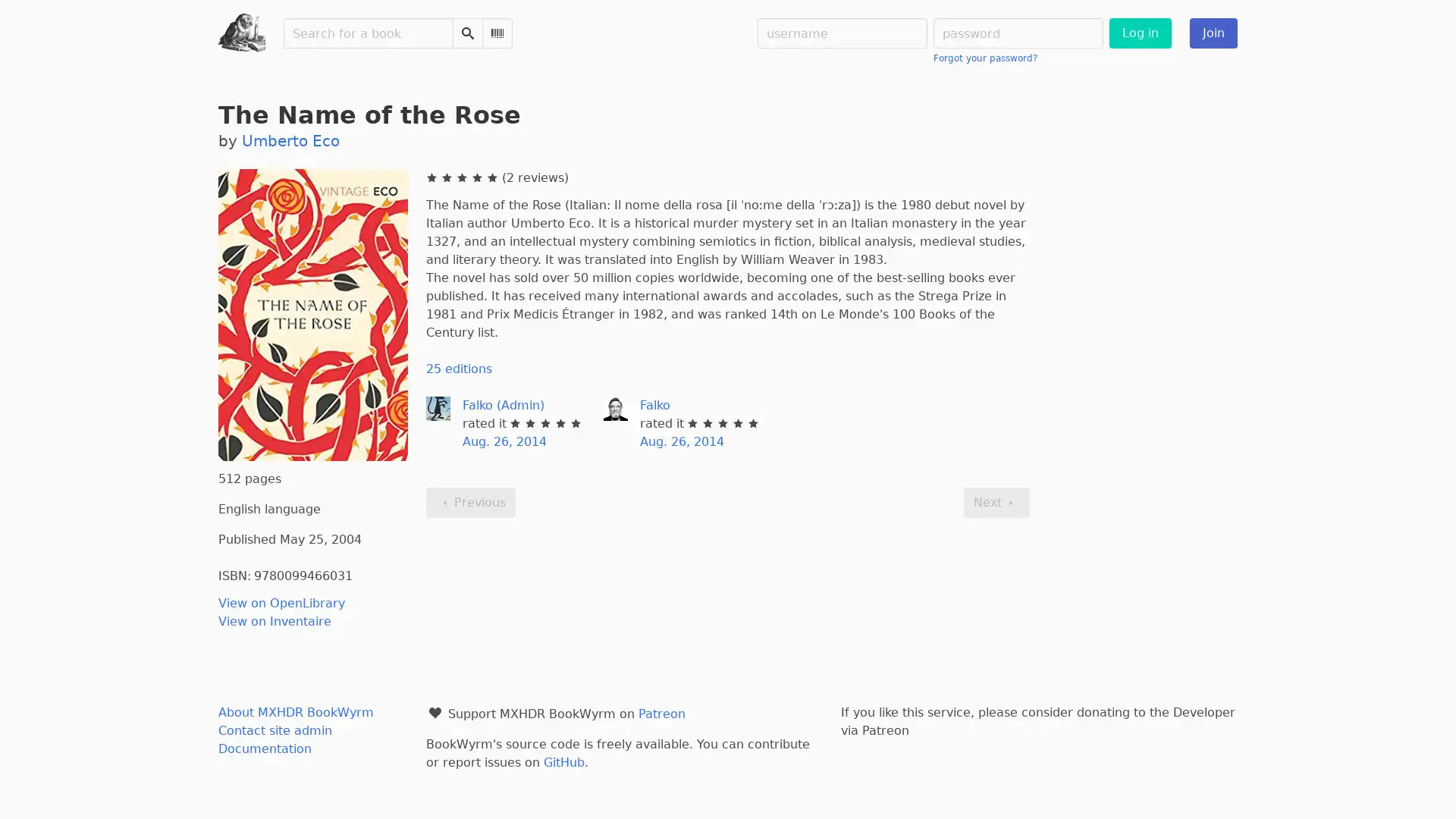  What do you see at coordinates (497, 33) in the screenshot?
I see `Scan Barcode` at bounding box center [497, 33].